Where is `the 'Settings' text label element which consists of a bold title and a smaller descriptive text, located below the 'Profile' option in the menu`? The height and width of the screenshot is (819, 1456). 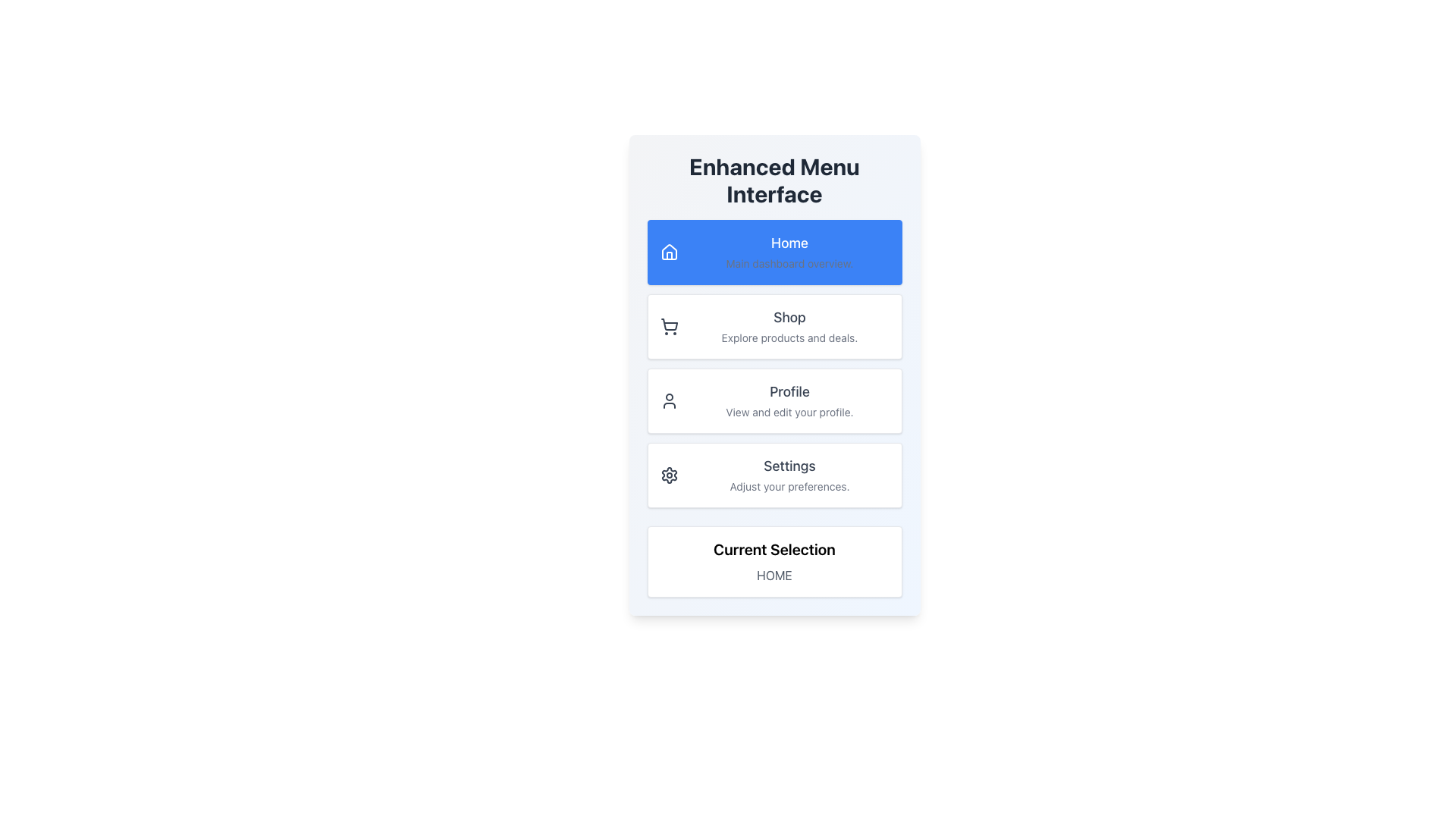 the 'Settings' text label element which consists of a bold title and a smaller descriptive text, located below the 'Profile' option in the menu is located at coordinates (789, 475).